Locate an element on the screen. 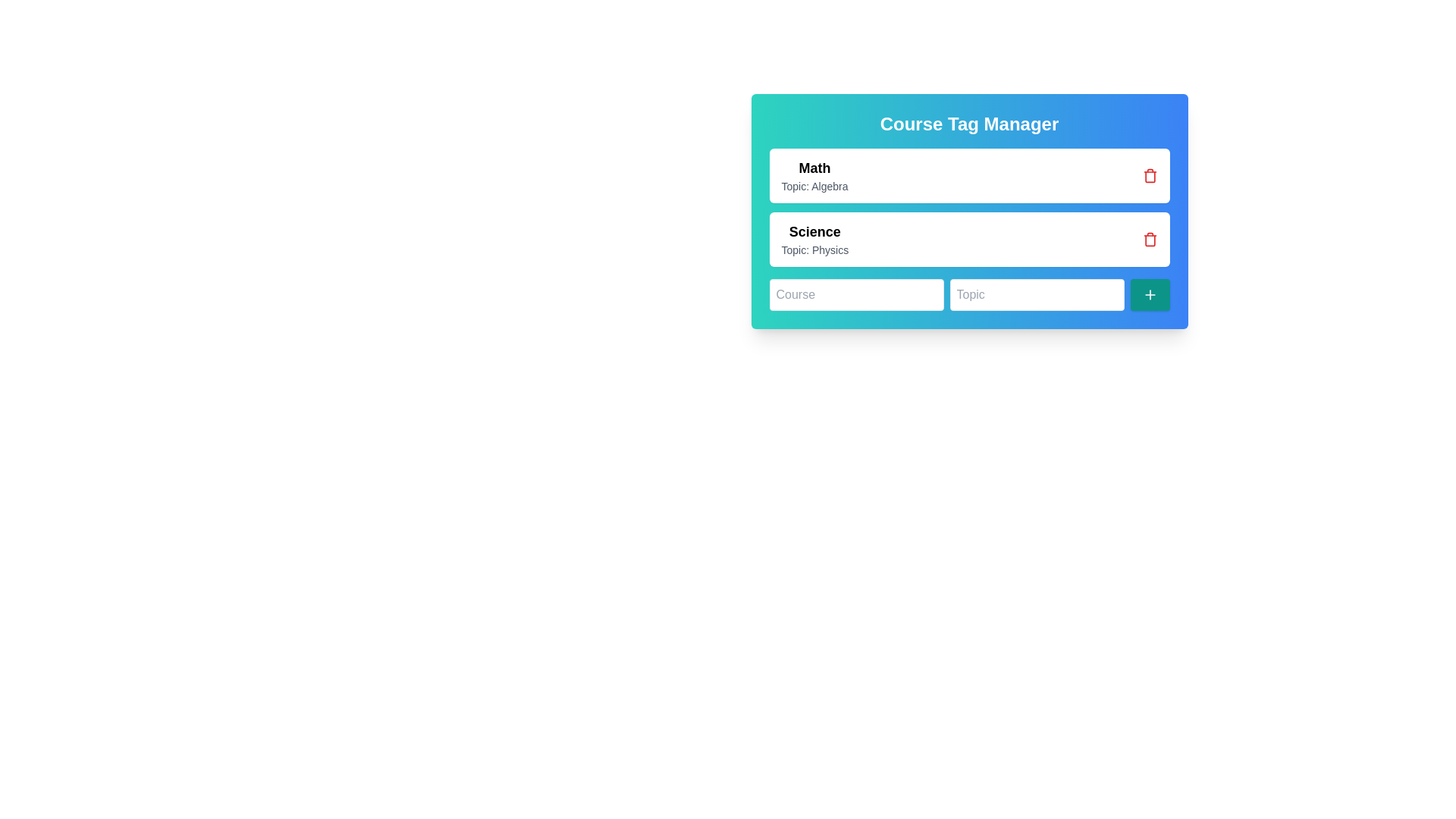 The height and width of the screenshot is (819, 1456). the teal-colored button with rounded edges and a plus-shaped icon, located at the end of the row with 'Course' and 'Topic' input fields is located at coordinates (1150, 295).